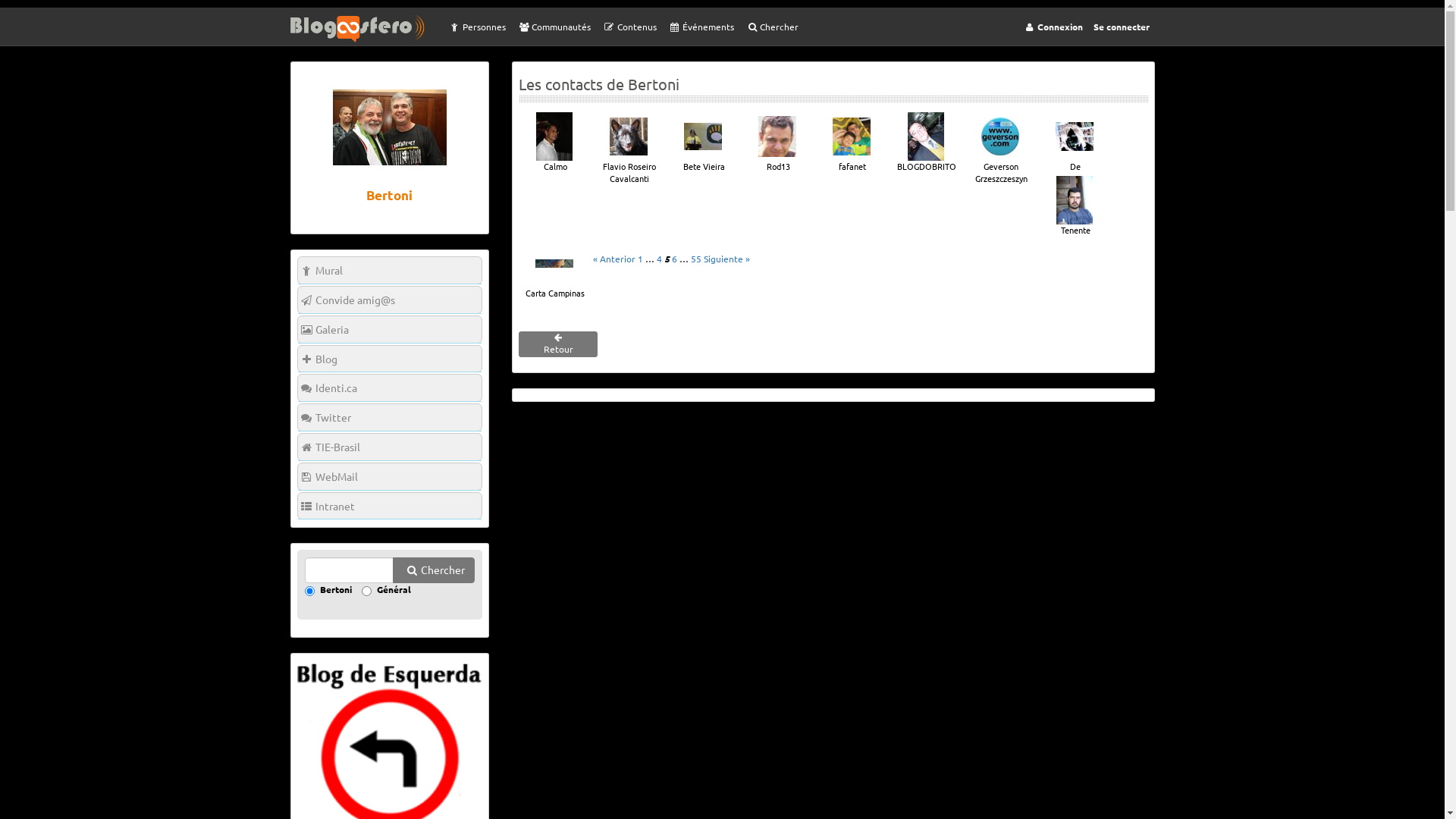  Describe the element at coordinates (701, 143) in the screenshot. I see `'Bete Vieira'` at that location.